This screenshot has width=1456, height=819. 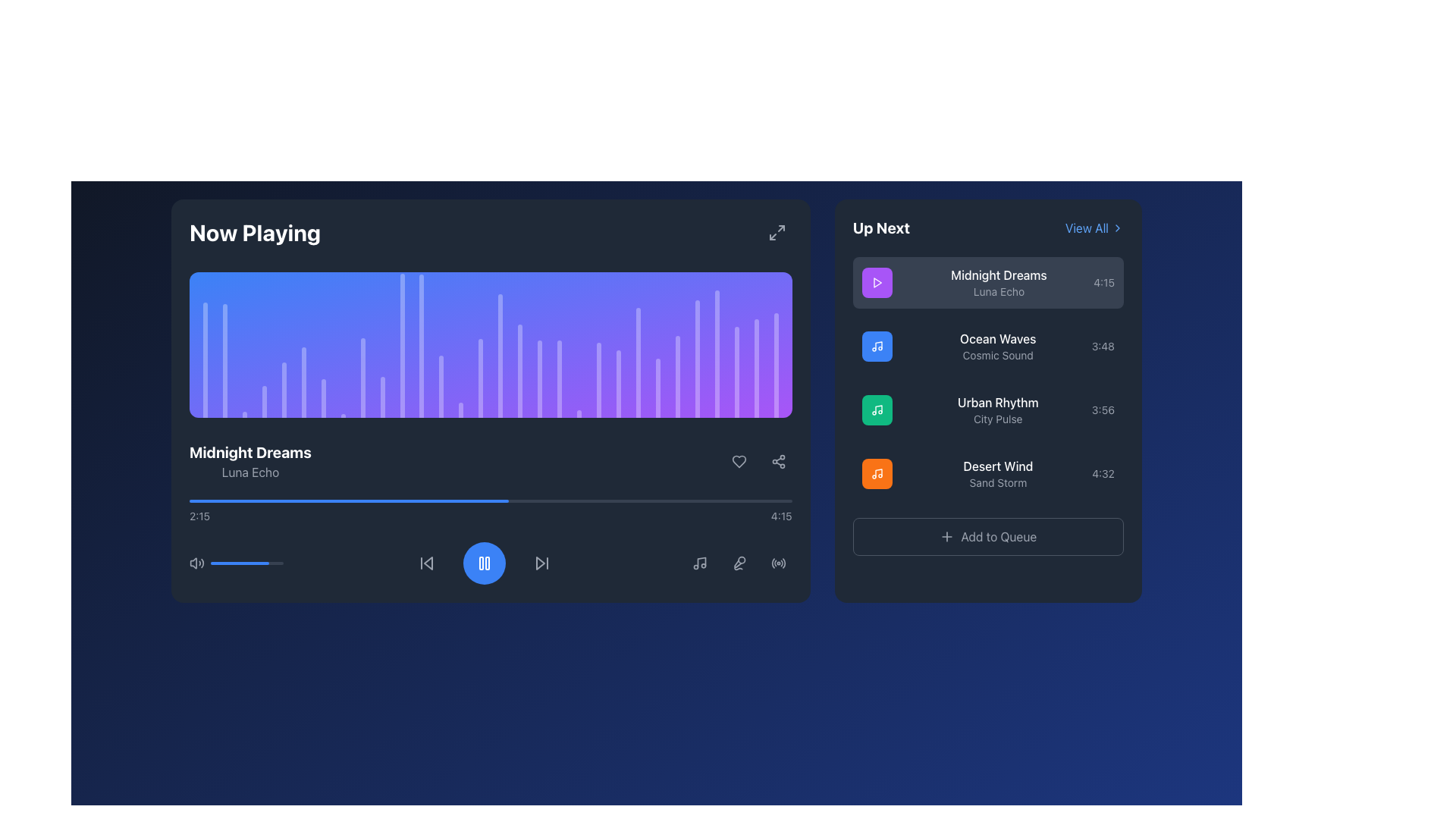 What do you see at coordinates (491, 563) in the screenshot?
I see `the buttons on the control bar located at the bottom of the music player card, which includes volume control, play, pause, and skip track functionalities` at bounding box center [491, 563].